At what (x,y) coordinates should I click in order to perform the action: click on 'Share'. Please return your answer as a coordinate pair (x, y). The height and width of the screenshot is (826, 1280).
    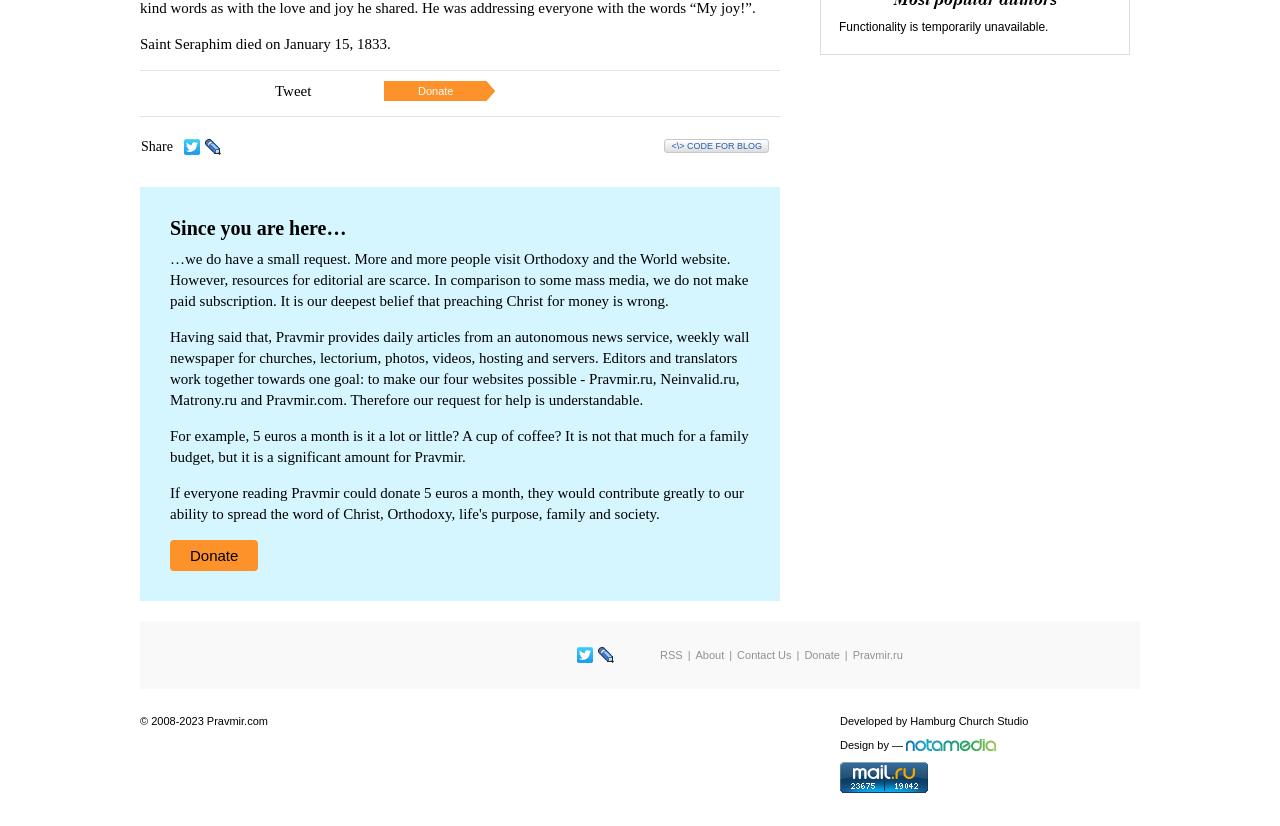
    Looking at the image, I should click on (155, 146).